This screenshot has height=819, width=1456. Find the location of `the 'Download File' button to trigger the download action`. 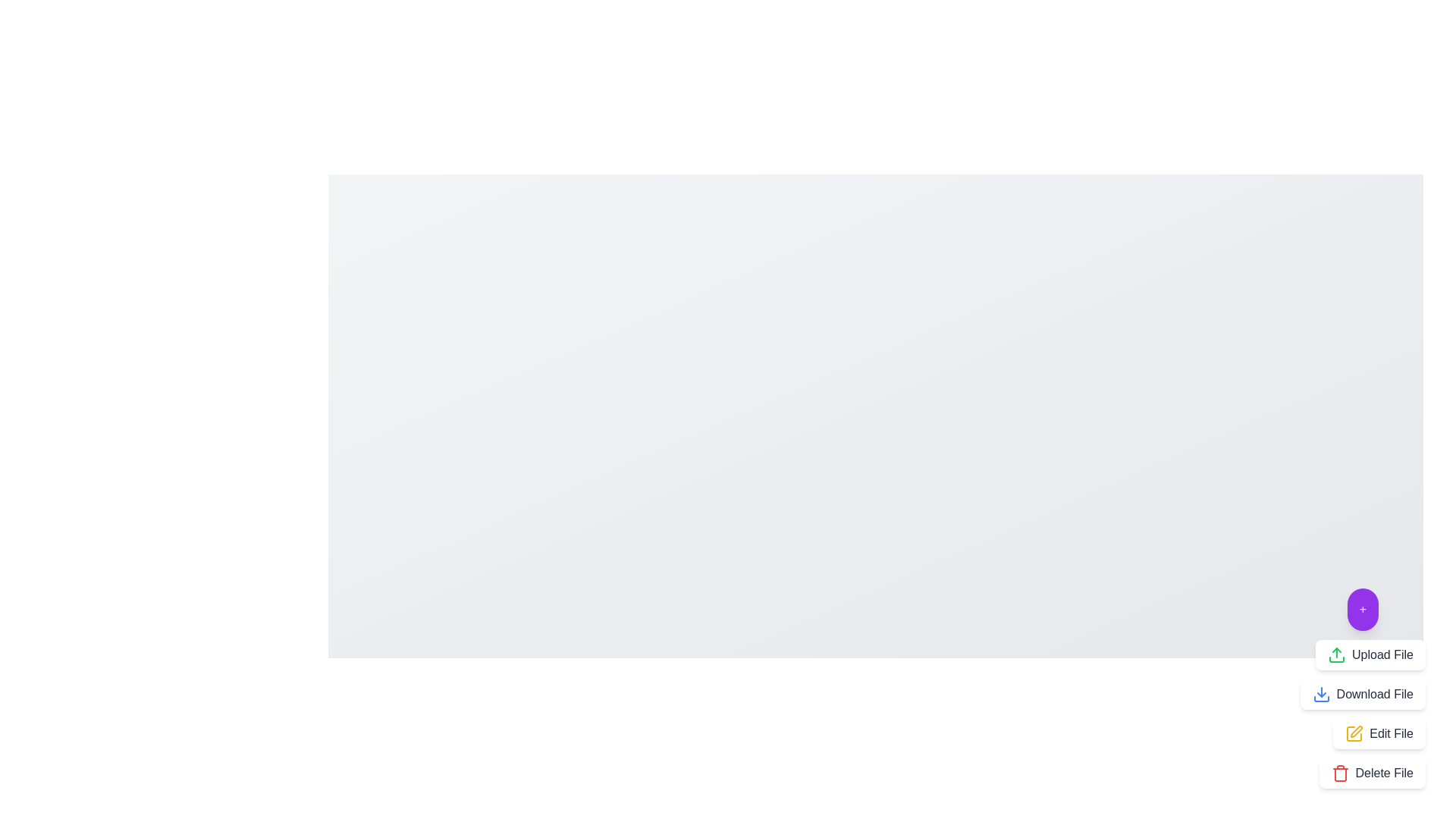

the 'Download File' button to trigger the download action is located at coordinates (1362, 694).